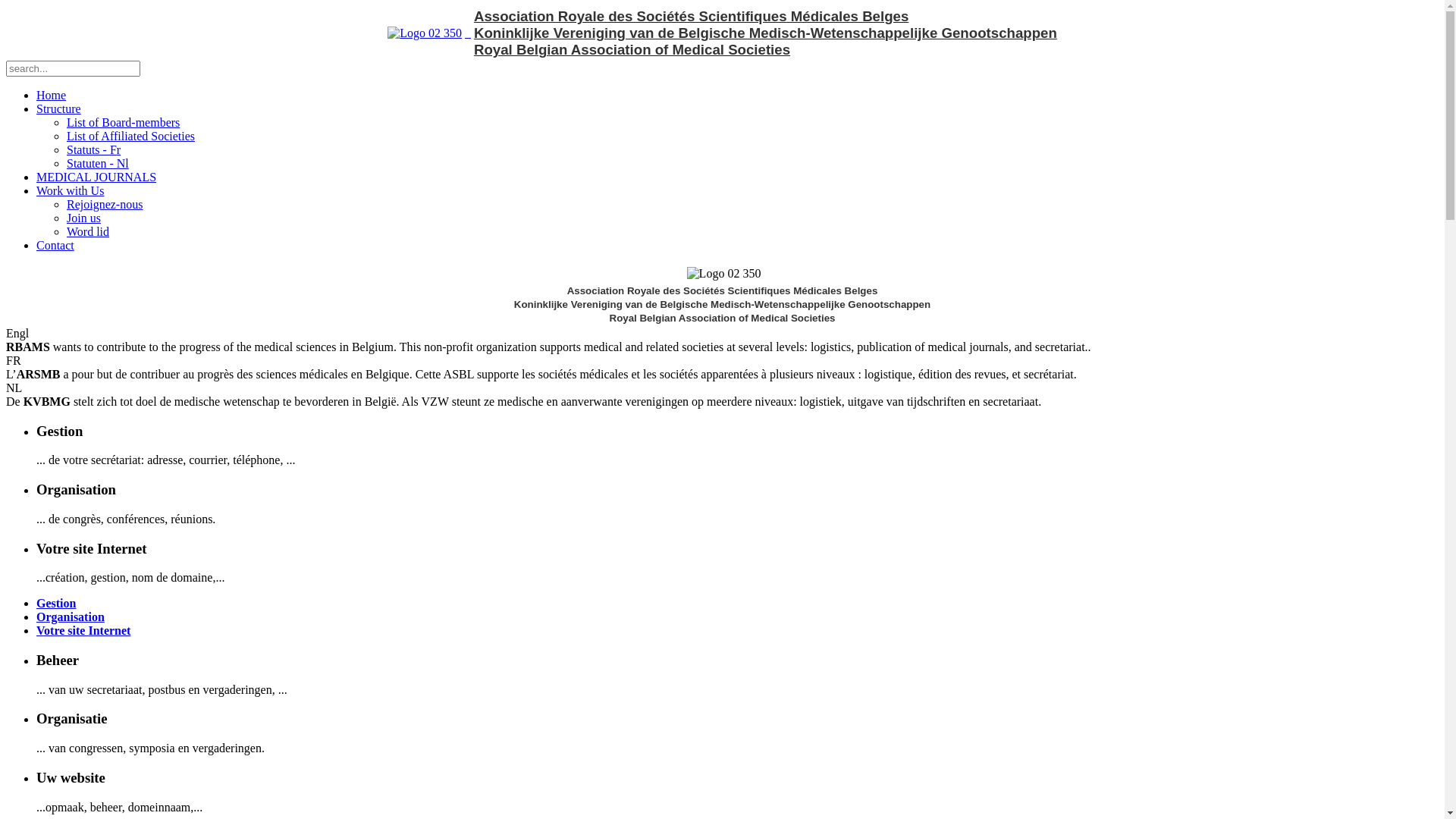 Image resolution: width=1456 pixels, height=819 pixels. Describe the element at coordinates (55, 602) in the screenshot. I see `'Gestion'` at that location.